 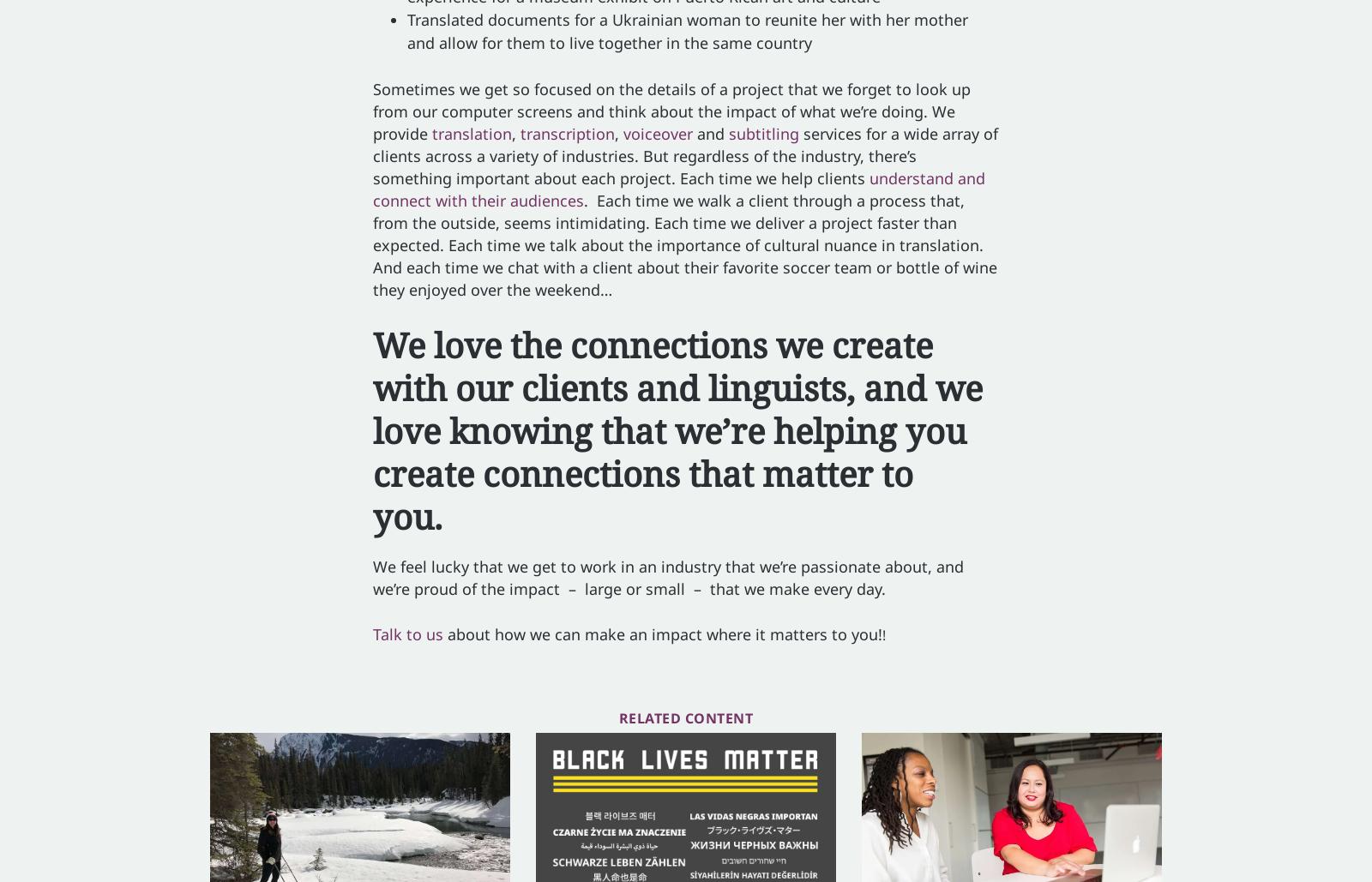 What do you see at coordinates (406, 31) in the screenshot?
I see `'Translated documents for a Ukrainian woman to reunite her with her mother and allow for them to live together in the same country'` at bounding box center [406, 31].